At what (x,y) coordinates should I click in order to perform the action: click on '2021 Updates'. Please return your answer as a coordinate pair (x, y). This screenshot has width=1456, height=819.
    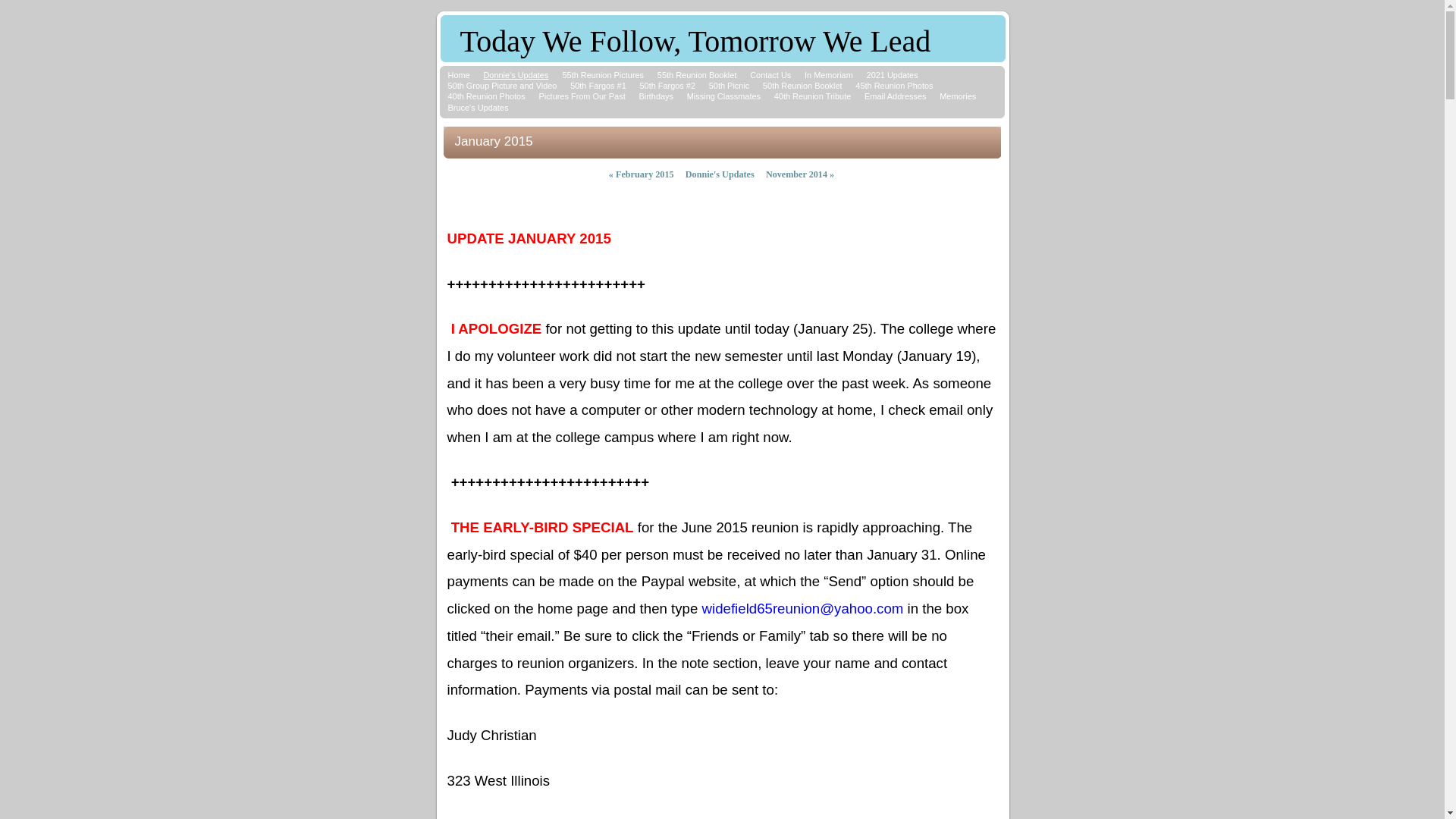
    Looking at the image, I should click on (892, 75).